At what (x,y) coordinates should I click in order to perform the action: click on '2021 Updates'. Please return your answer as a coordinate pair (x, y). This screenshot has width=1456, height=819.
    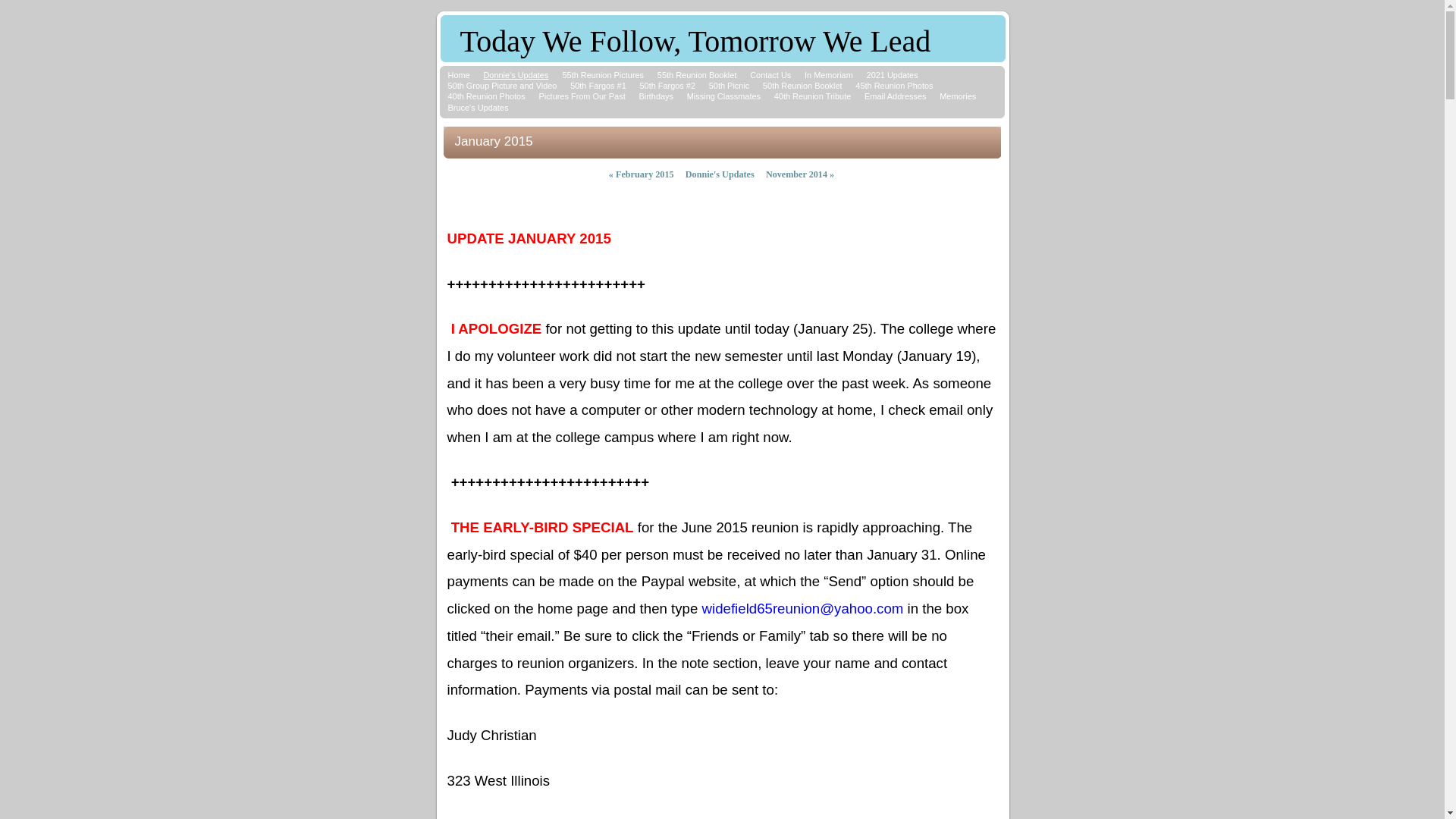
    Looking at the image, I should click on (892, 75).